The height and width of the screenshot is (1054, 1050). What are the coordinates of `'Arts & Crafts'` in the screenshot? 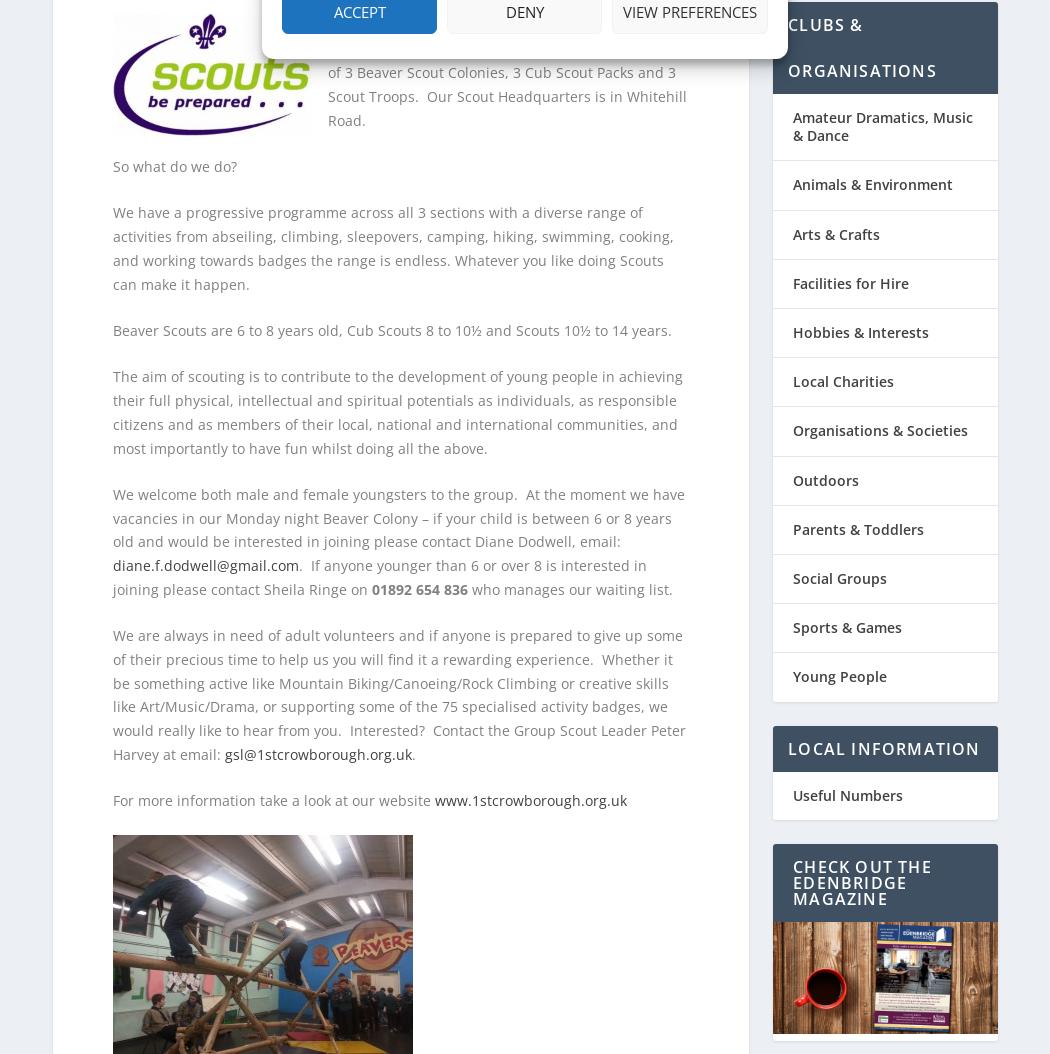 It's located at (836, 223).